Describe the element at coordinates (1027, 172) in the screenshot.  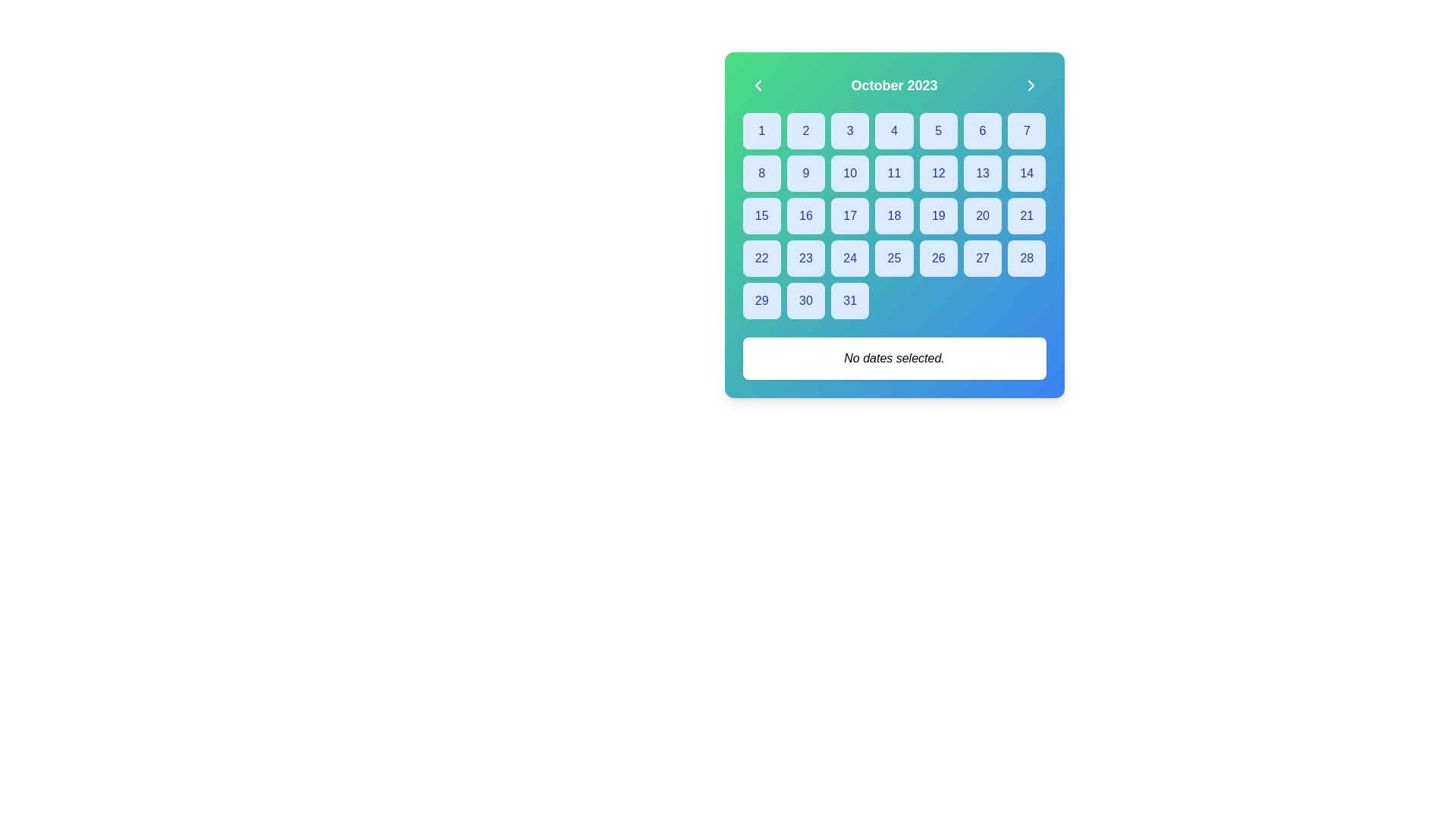
I see `the button representing the 14th day of the calendar` at that location.